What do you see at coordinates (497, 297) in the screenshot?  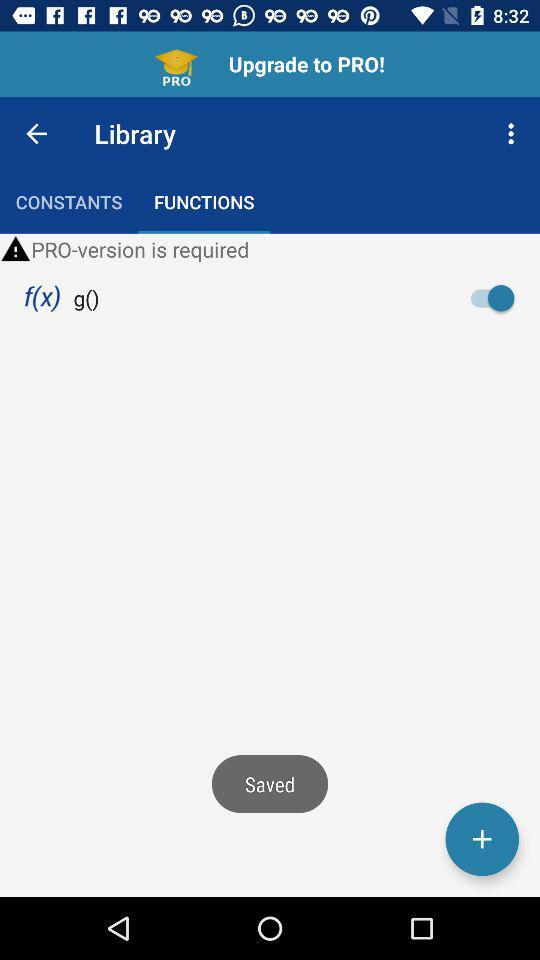 I see `the item below the pro version is` at bounding box center [497, 297].